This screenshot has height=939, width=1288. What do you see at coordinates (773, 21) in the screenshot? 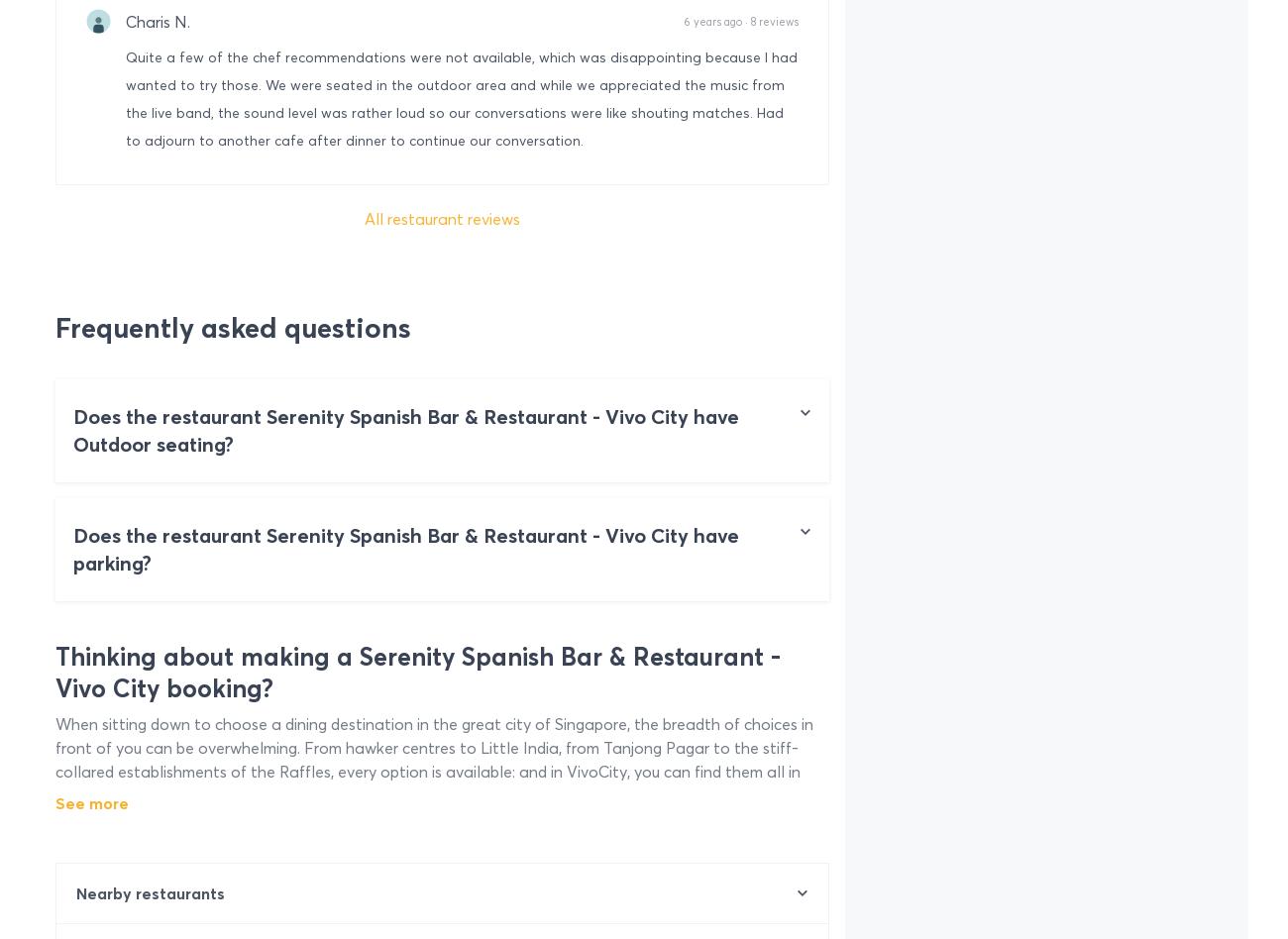
I see `'8 reviews'` at bounding box center [773, 21].